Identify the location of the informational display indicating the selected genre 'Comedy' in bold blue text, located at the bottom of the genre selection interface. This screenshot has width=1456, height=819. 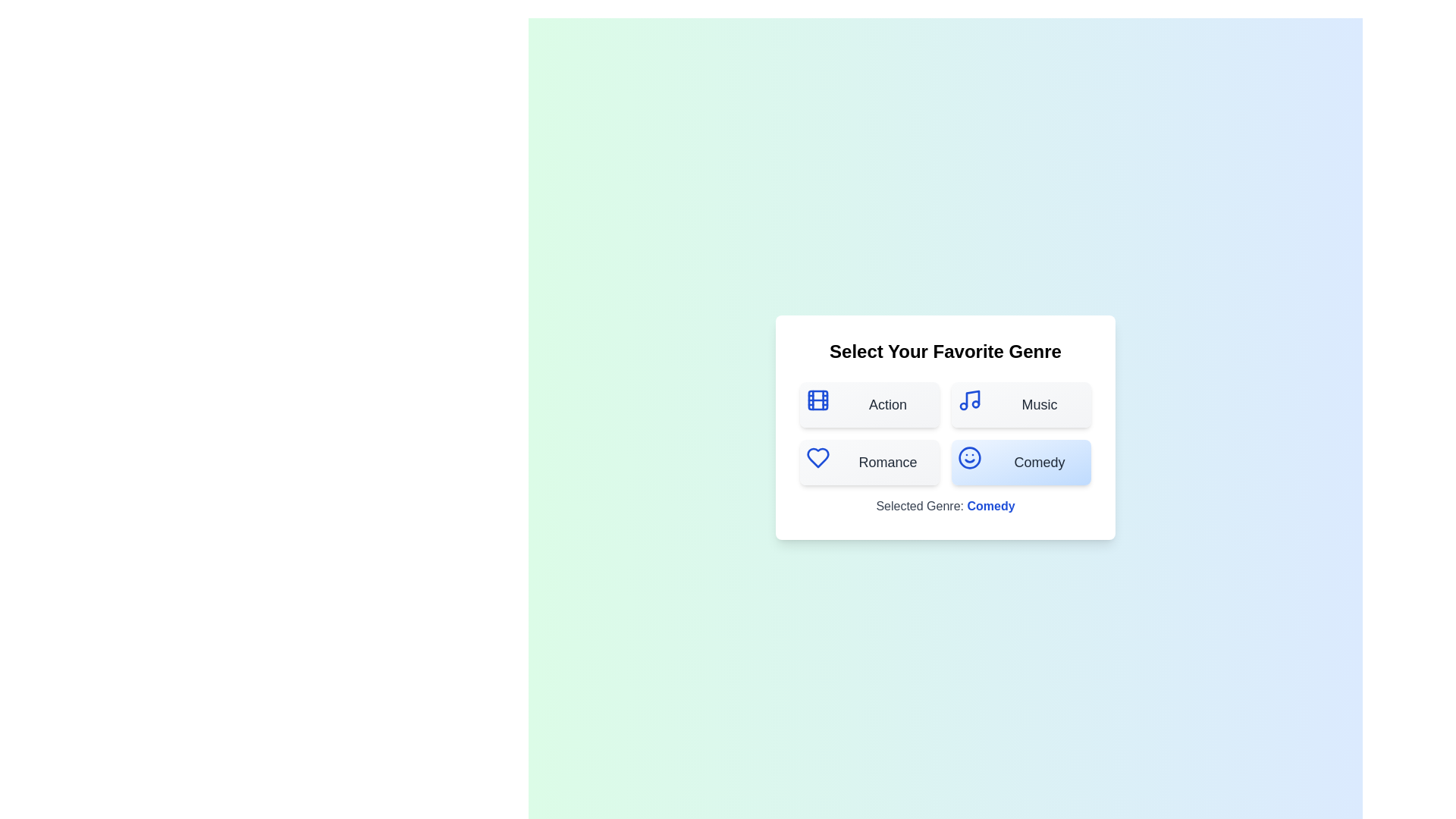
(945, 506).